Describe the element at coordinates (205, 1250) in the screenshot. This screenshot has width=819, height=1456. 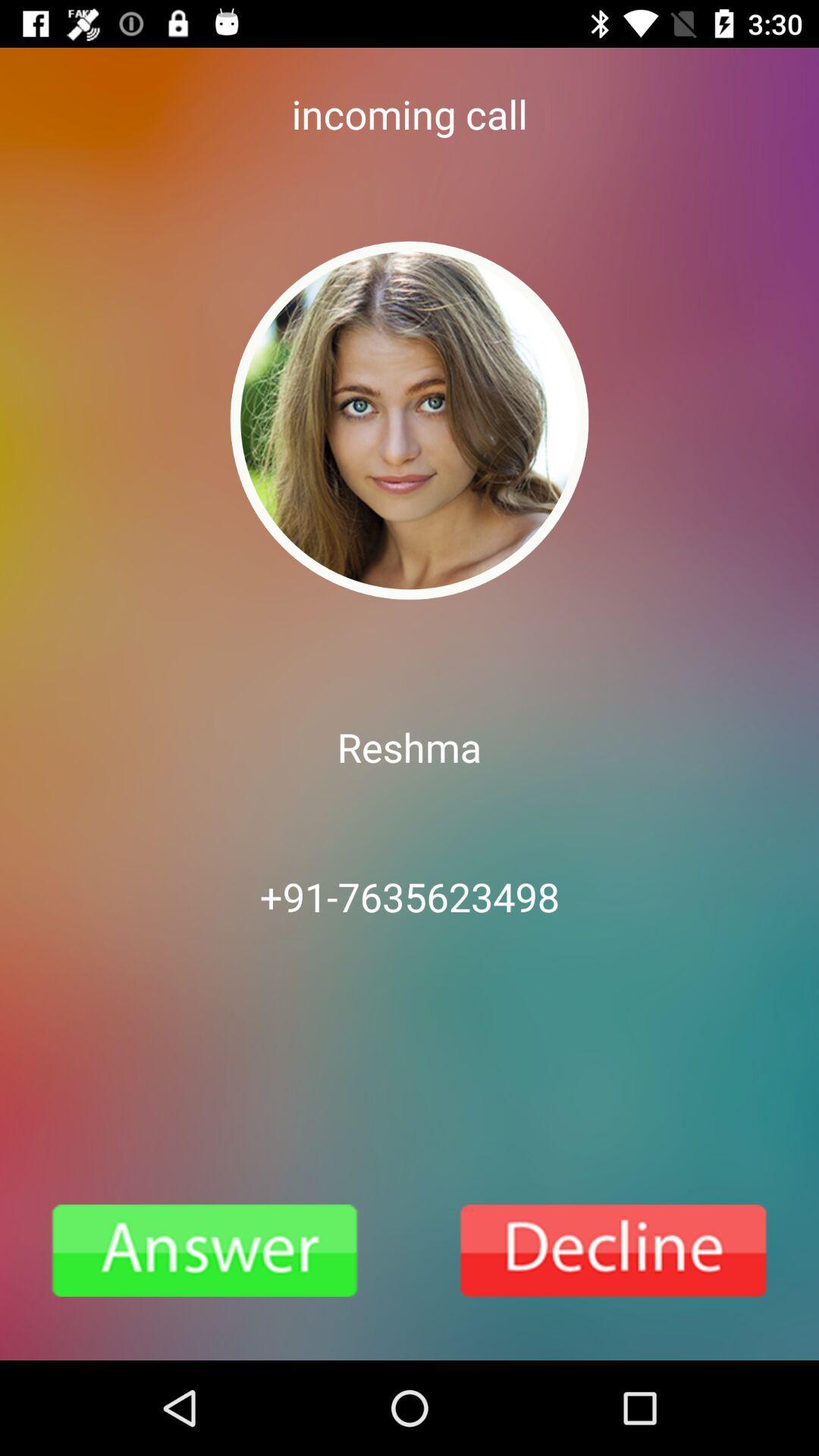
I see `answer call` at that location.